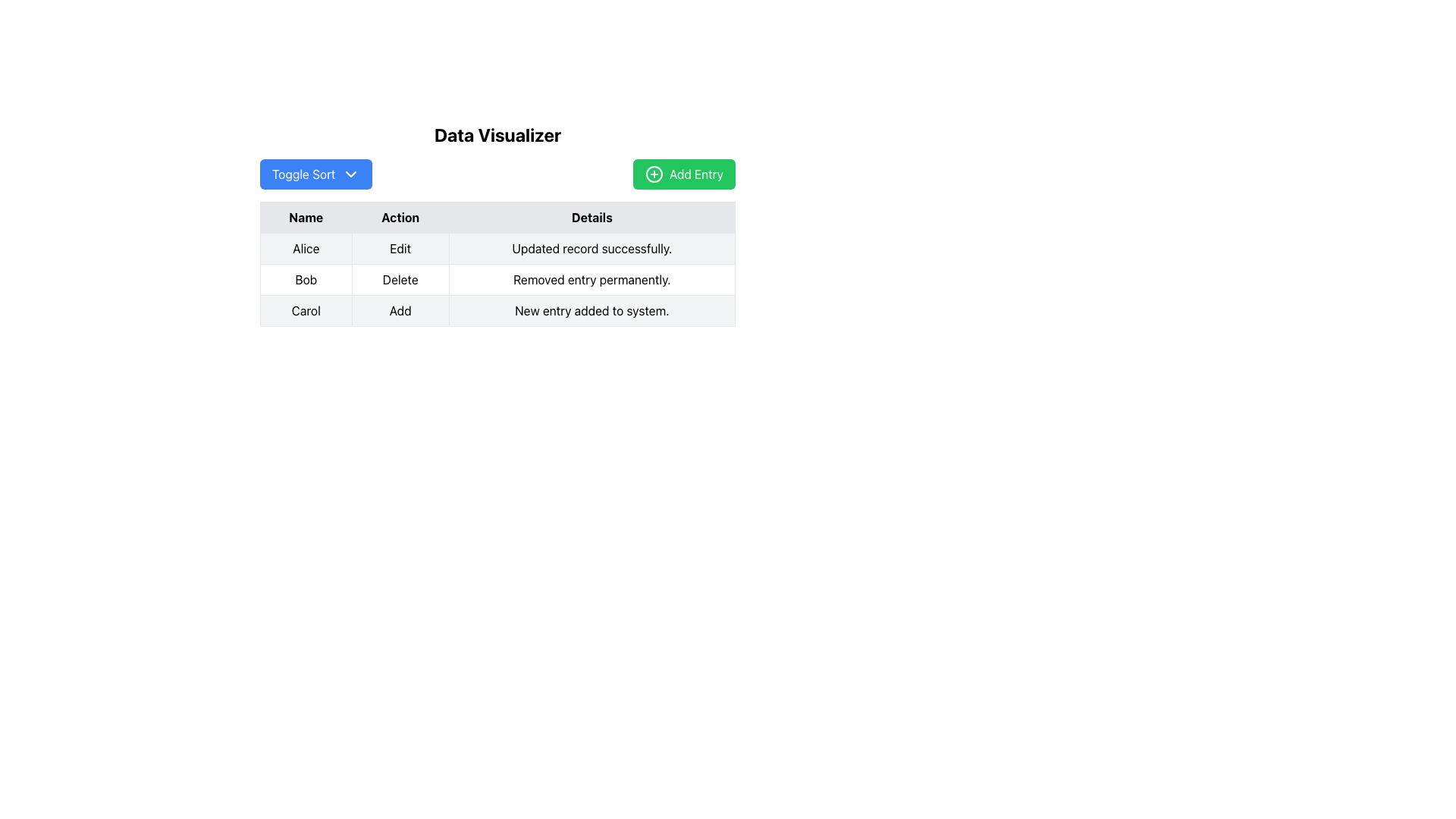  Describe the element at coordinates (350, 174) in the screenshot. I see `the icon located on the right side of the 'Toggle Sort' button` at that location.